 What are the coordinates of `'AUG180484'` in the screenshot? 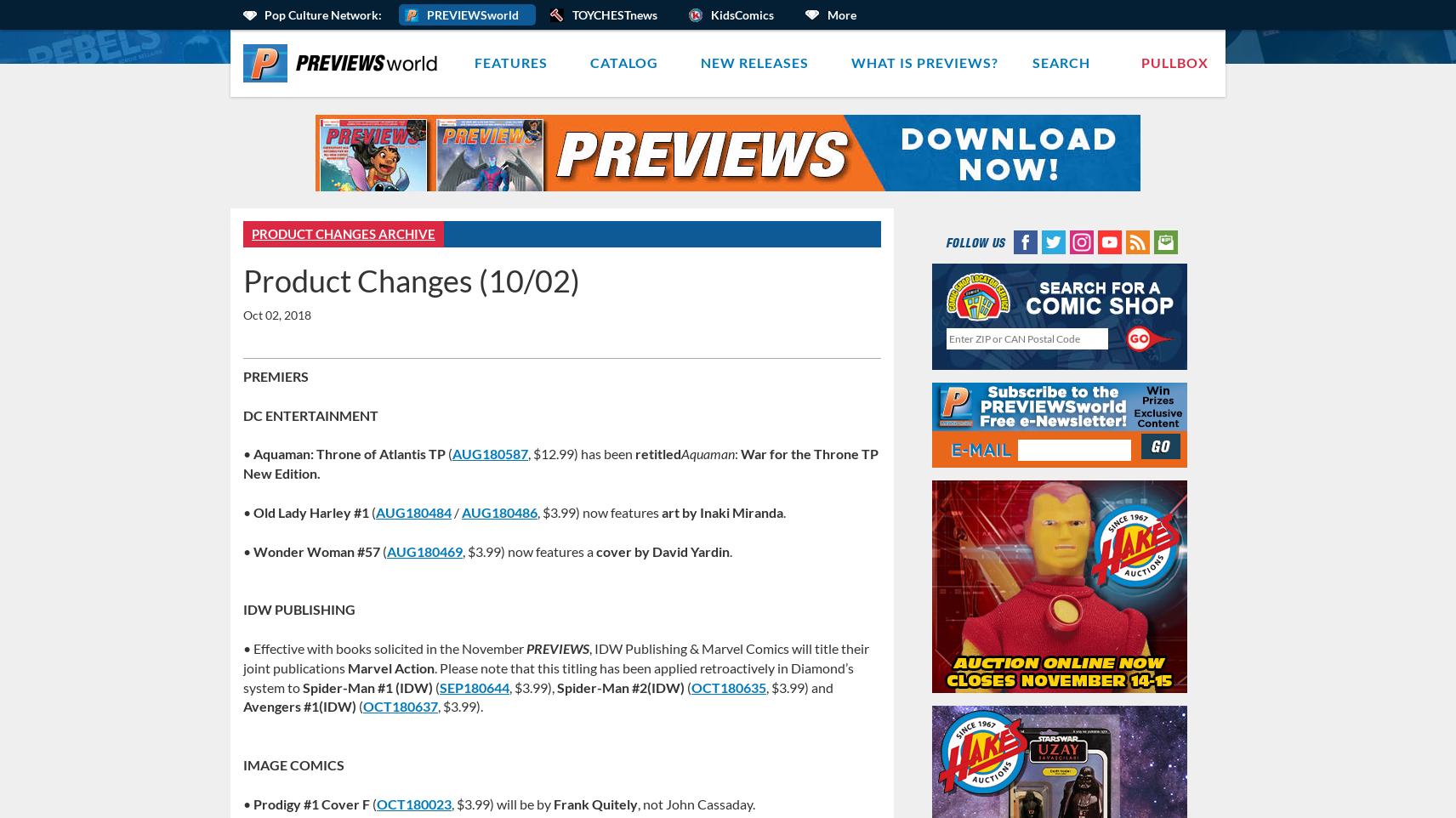 It's located at (412, 510).